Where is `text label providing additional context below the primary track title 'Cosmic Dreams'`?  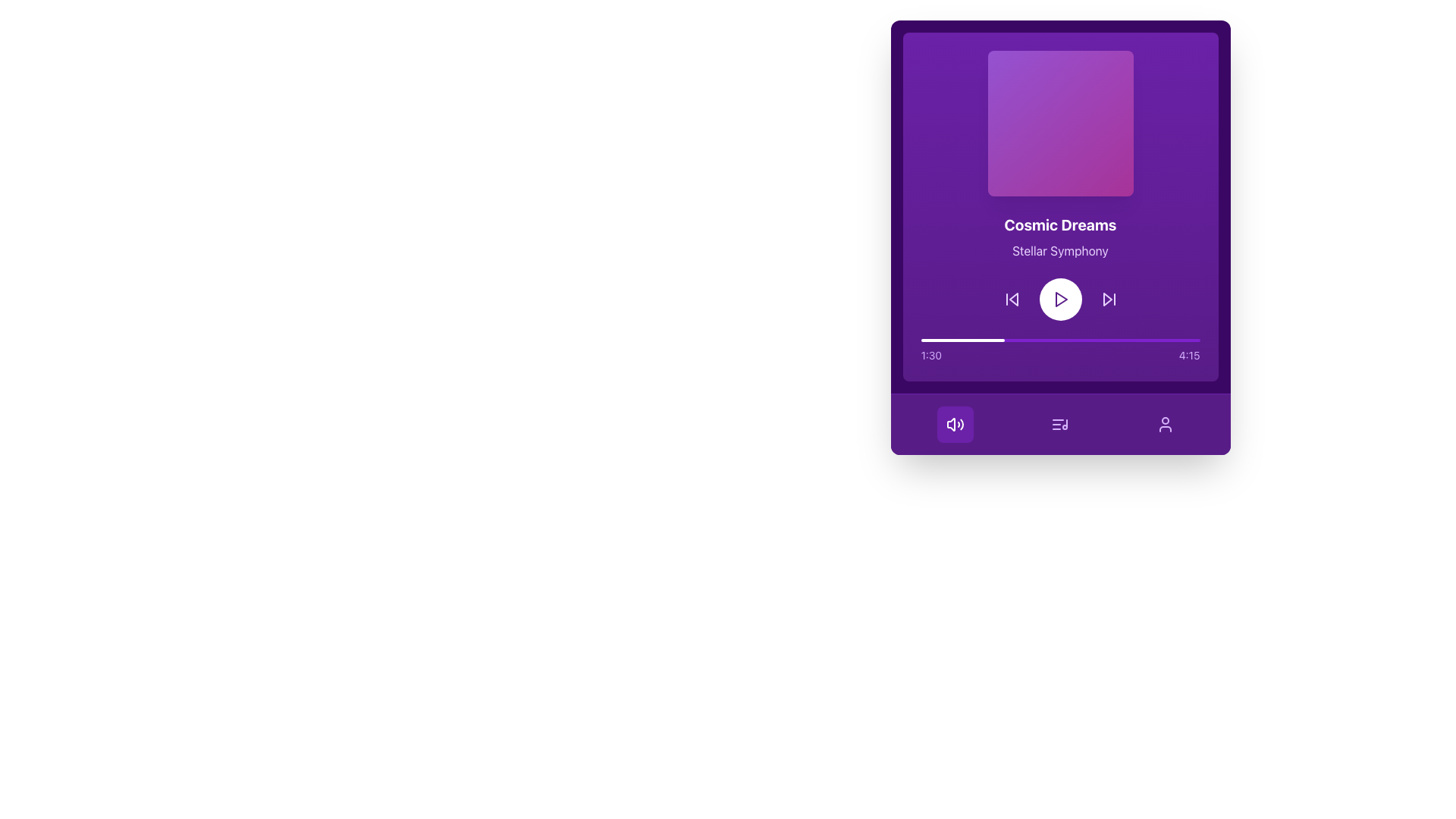 text label providing additional context below the primary track title 'Cosmic Dreams' is located at coordinates (1059, 250).